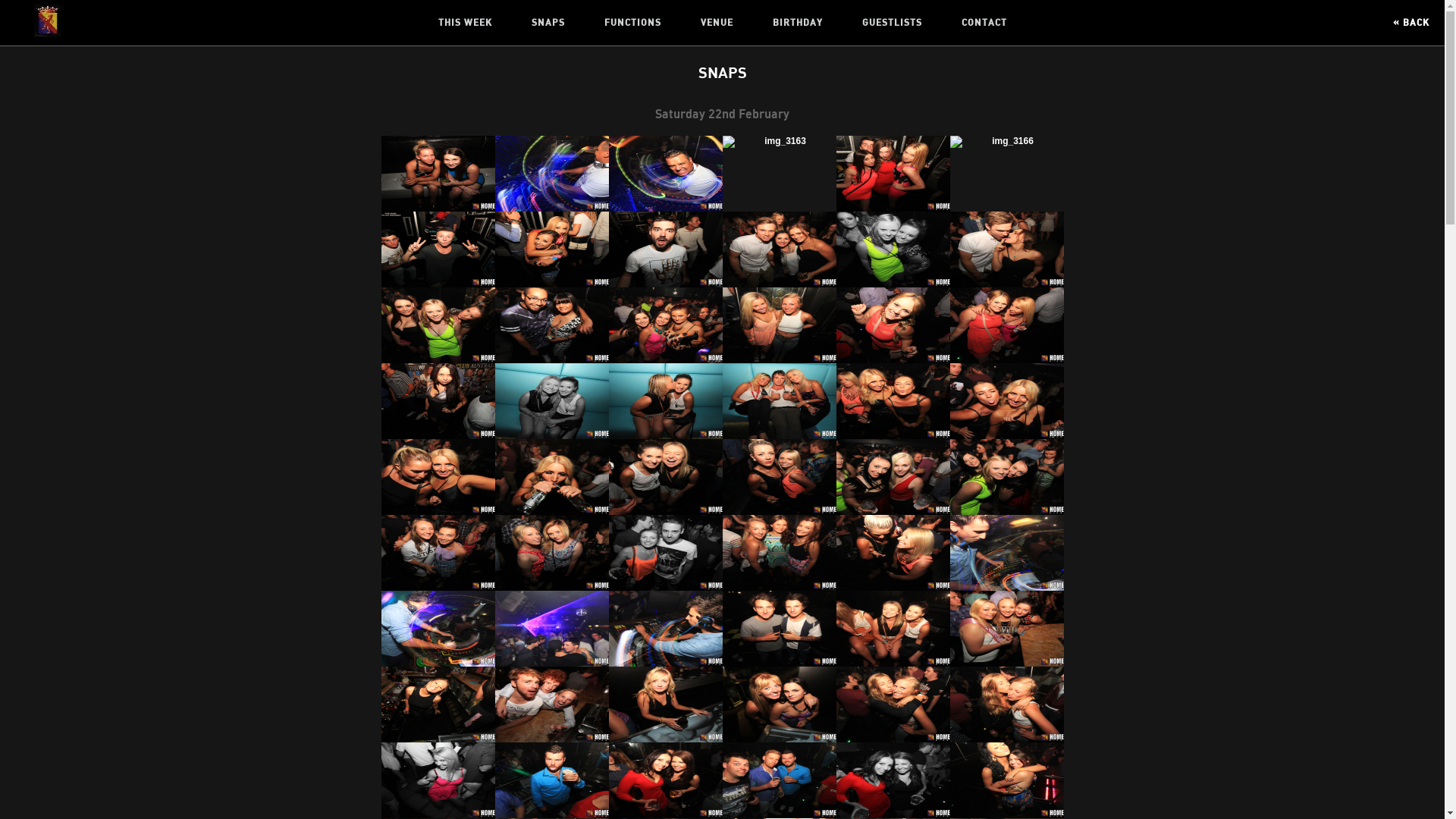 The width and height of the screenshot is (1456, 819). Describe the element at coordinates (1006, 629) in the screenshot. I see `' '` at that location.